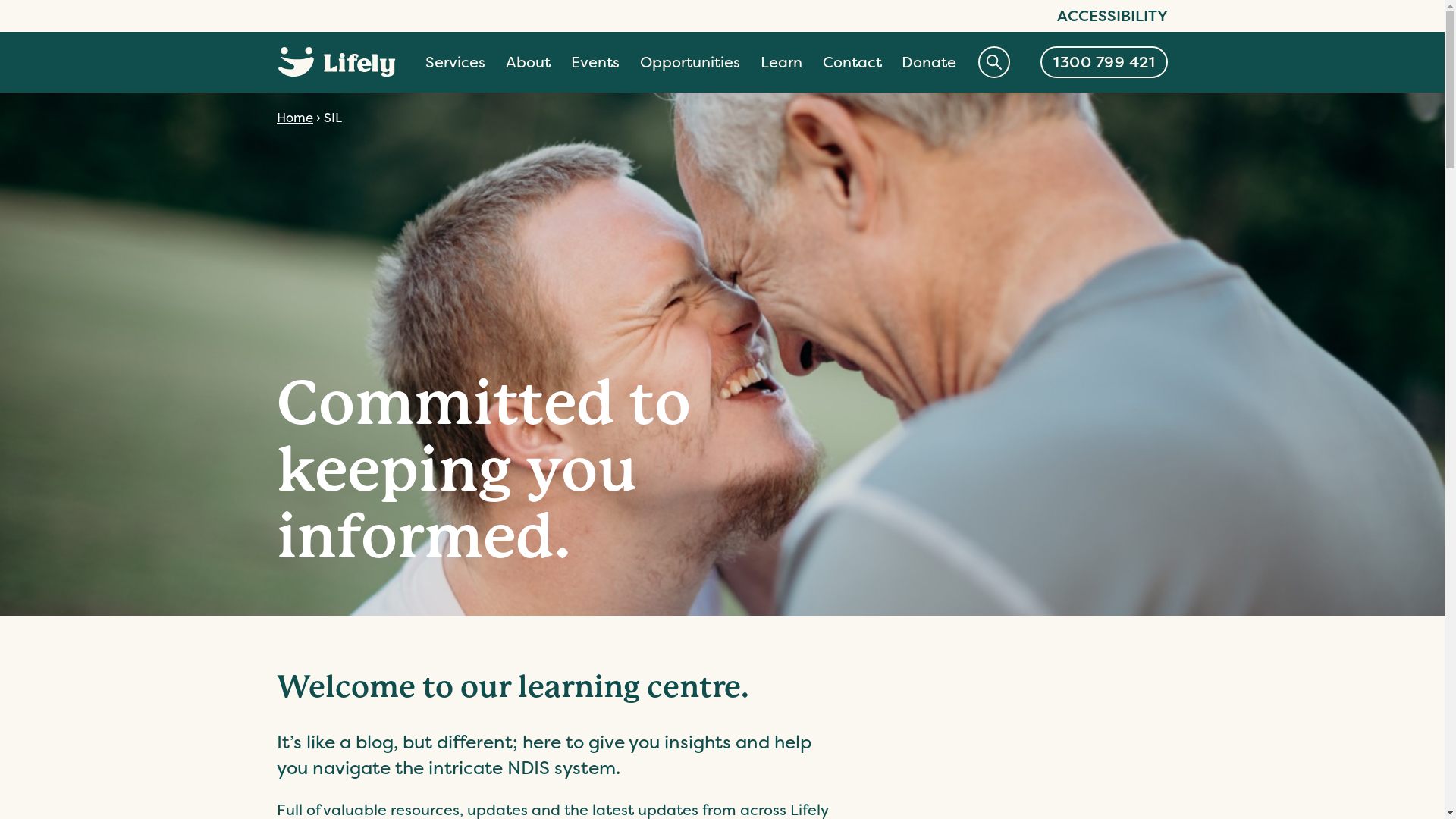 This screenshot has height=819, width=1456. Describe the element at coordinates (993, 61) in the screenshot. I see `'Toggle search form'` at that location.